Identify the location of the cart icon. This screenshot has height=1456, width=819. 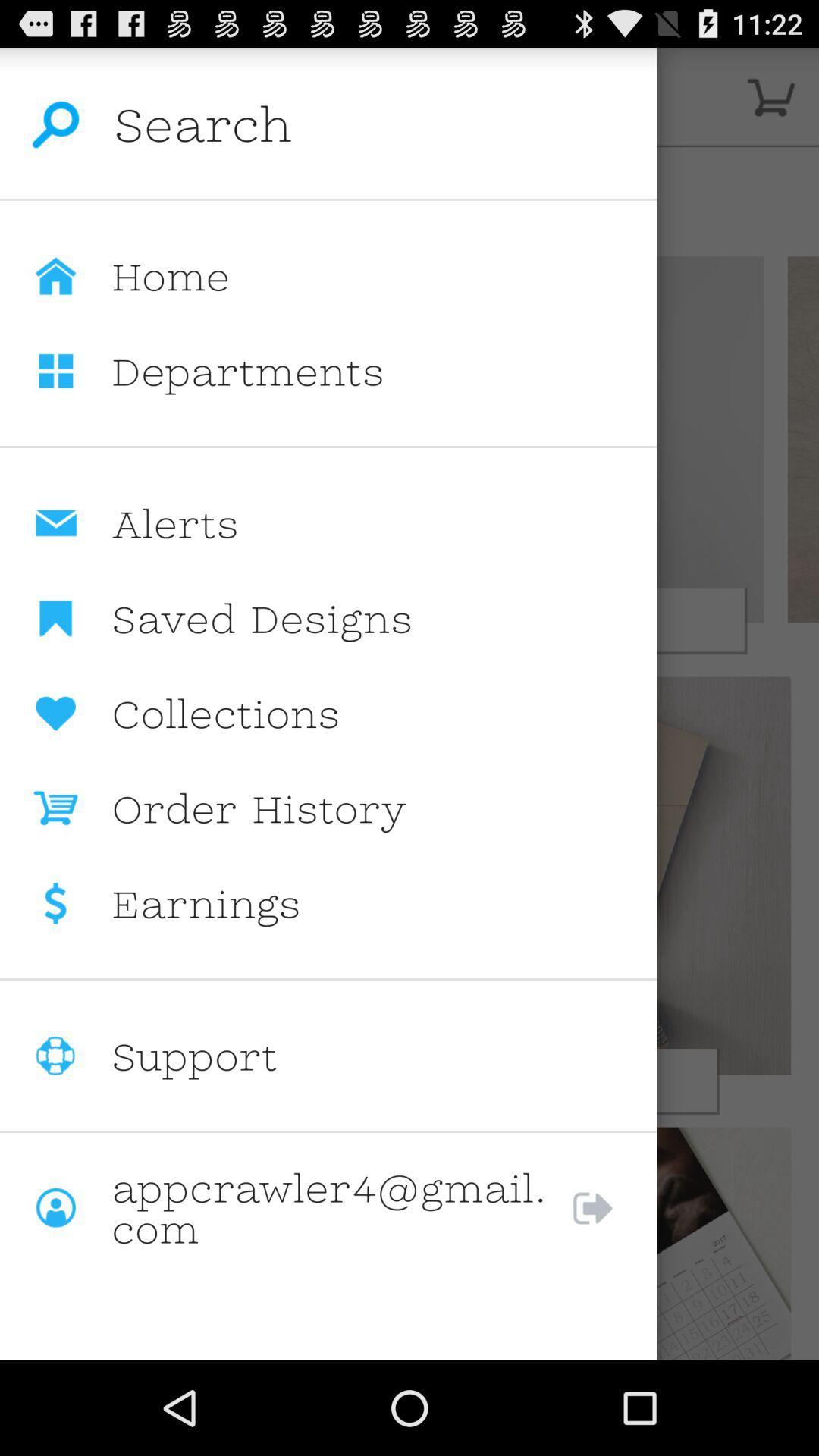
(771, 103).